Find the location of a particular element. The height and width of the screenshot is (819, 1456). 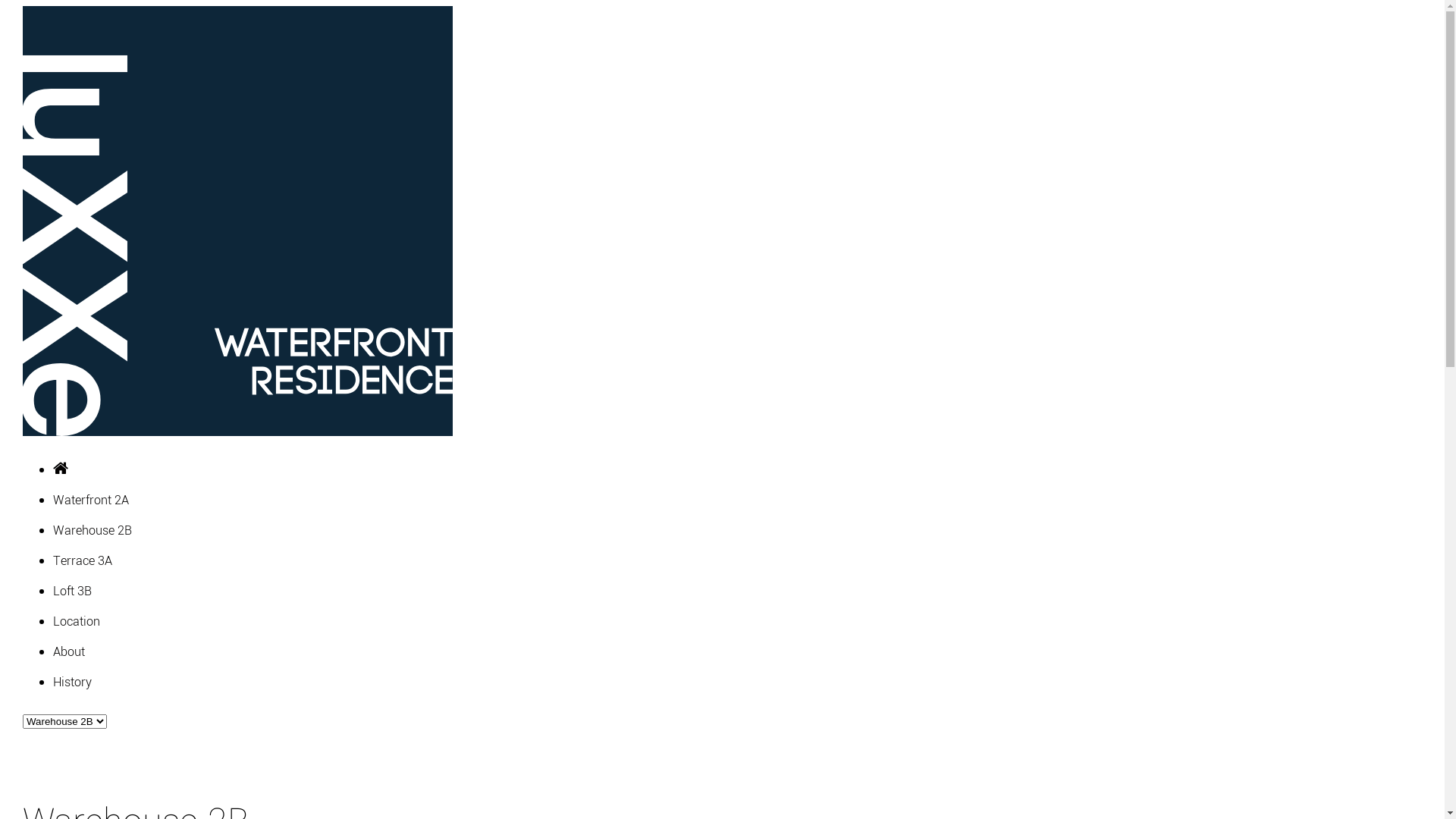

'History' is located at coordinates (71, 681).